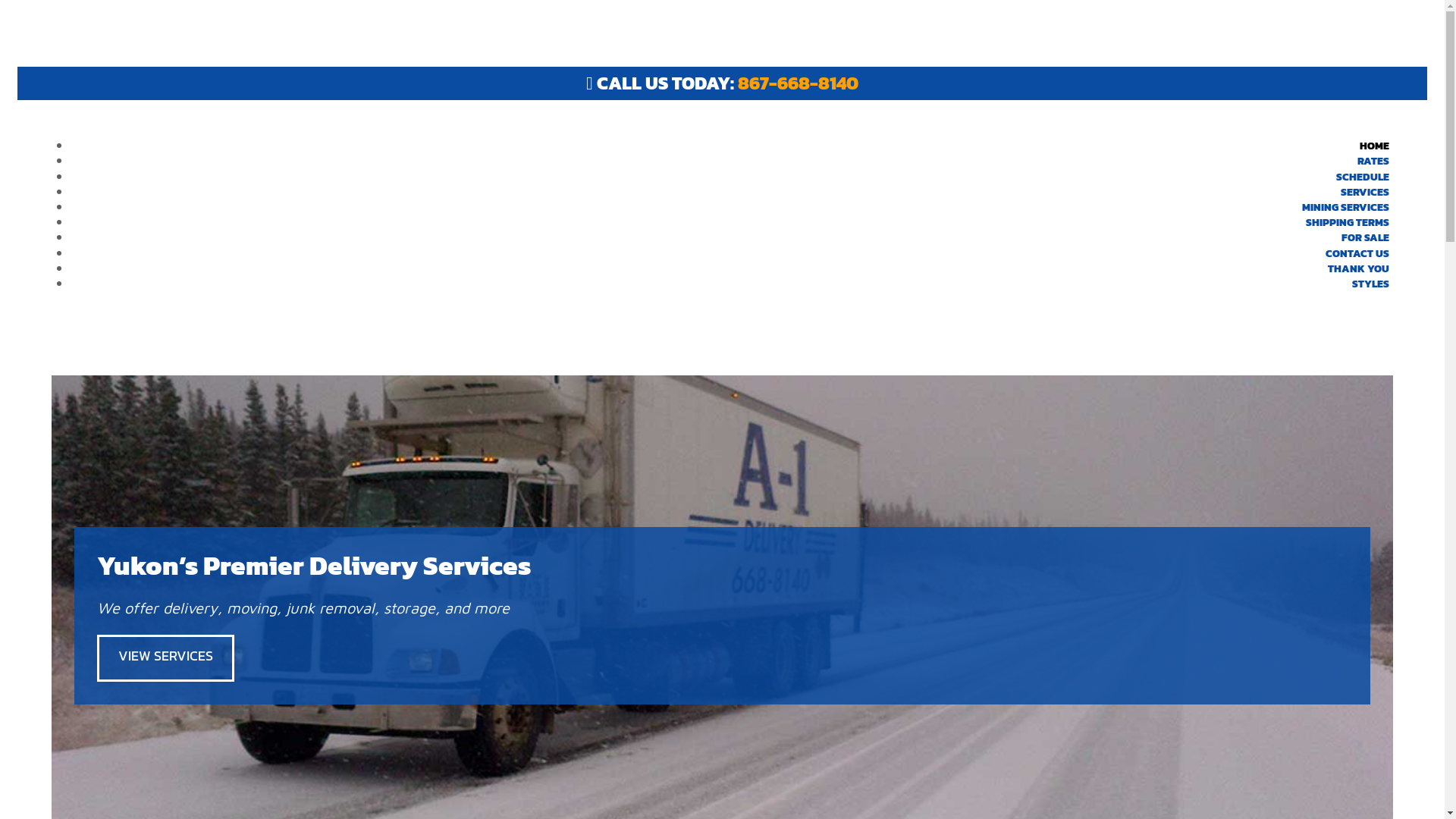  Describe the element at coordinates (1357, 252) in the screenshot. I see `'CONTACT US'` at that location.